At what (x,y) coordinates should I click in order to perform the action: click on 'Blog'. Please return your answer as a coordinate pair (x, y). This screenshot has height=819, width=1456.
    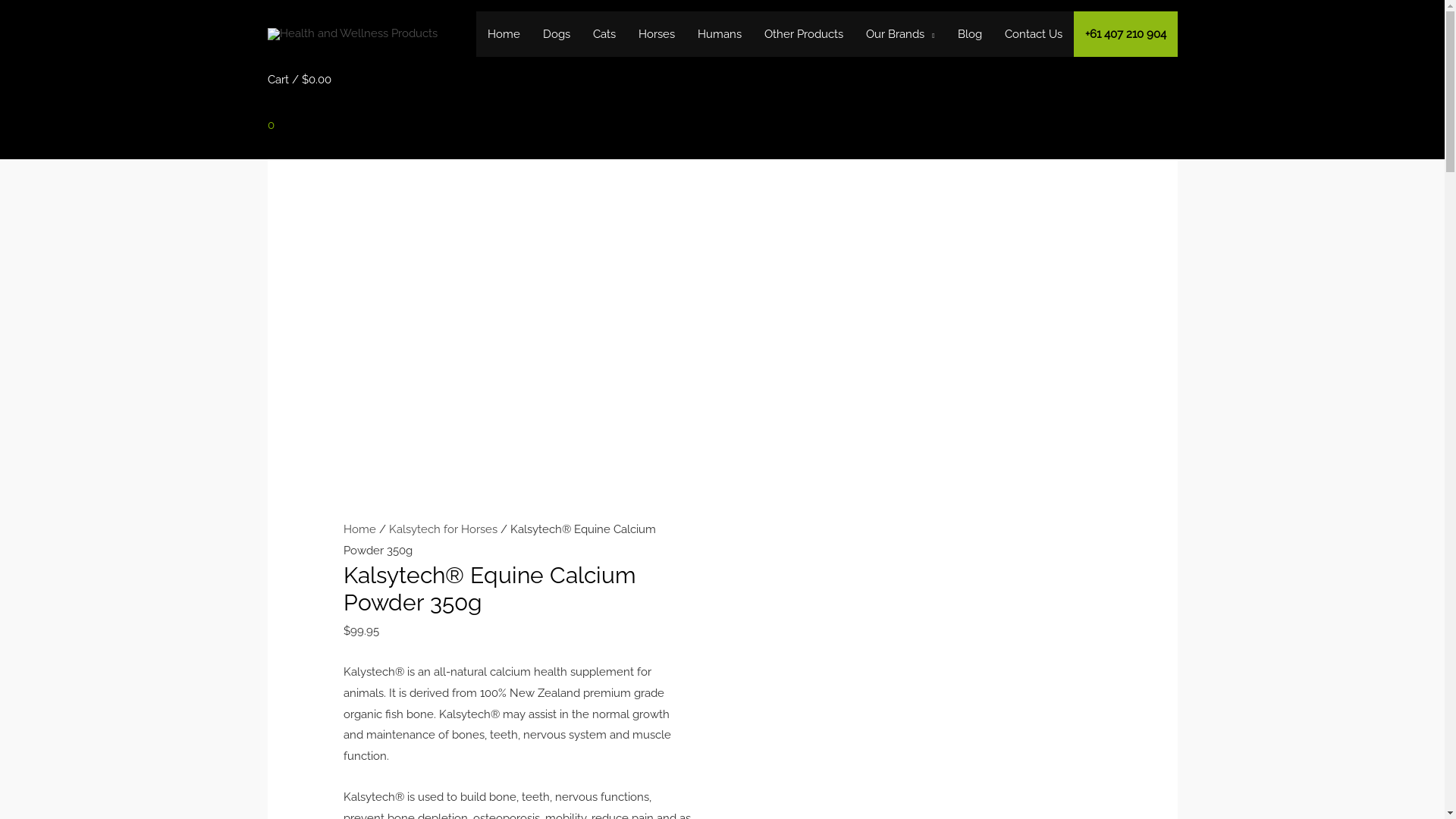
    Looking at the image, I should click on (968, 34).